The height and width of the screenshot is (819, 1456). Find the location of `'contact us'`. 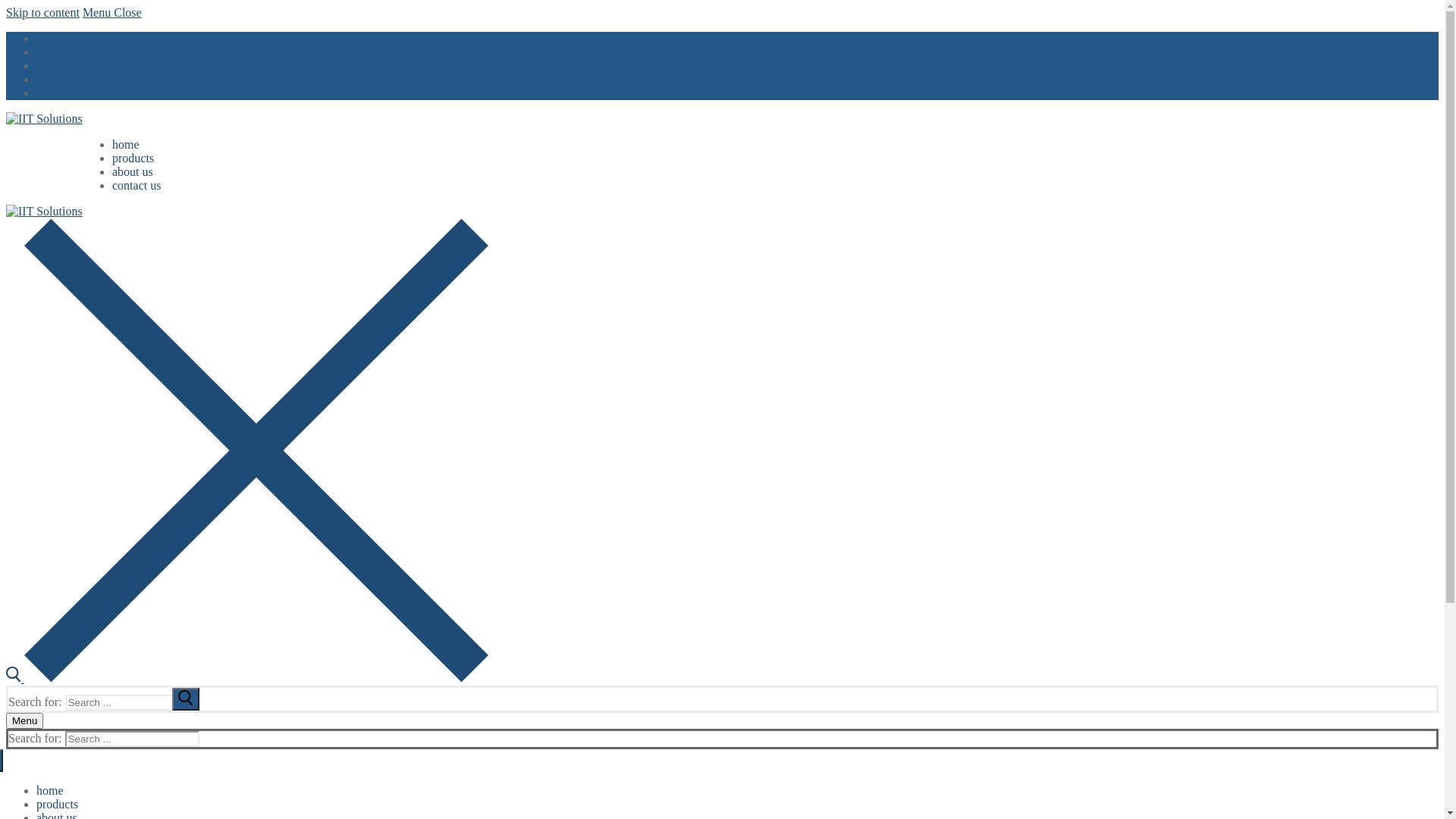

'contact us' is located at coordinates (111, 184).